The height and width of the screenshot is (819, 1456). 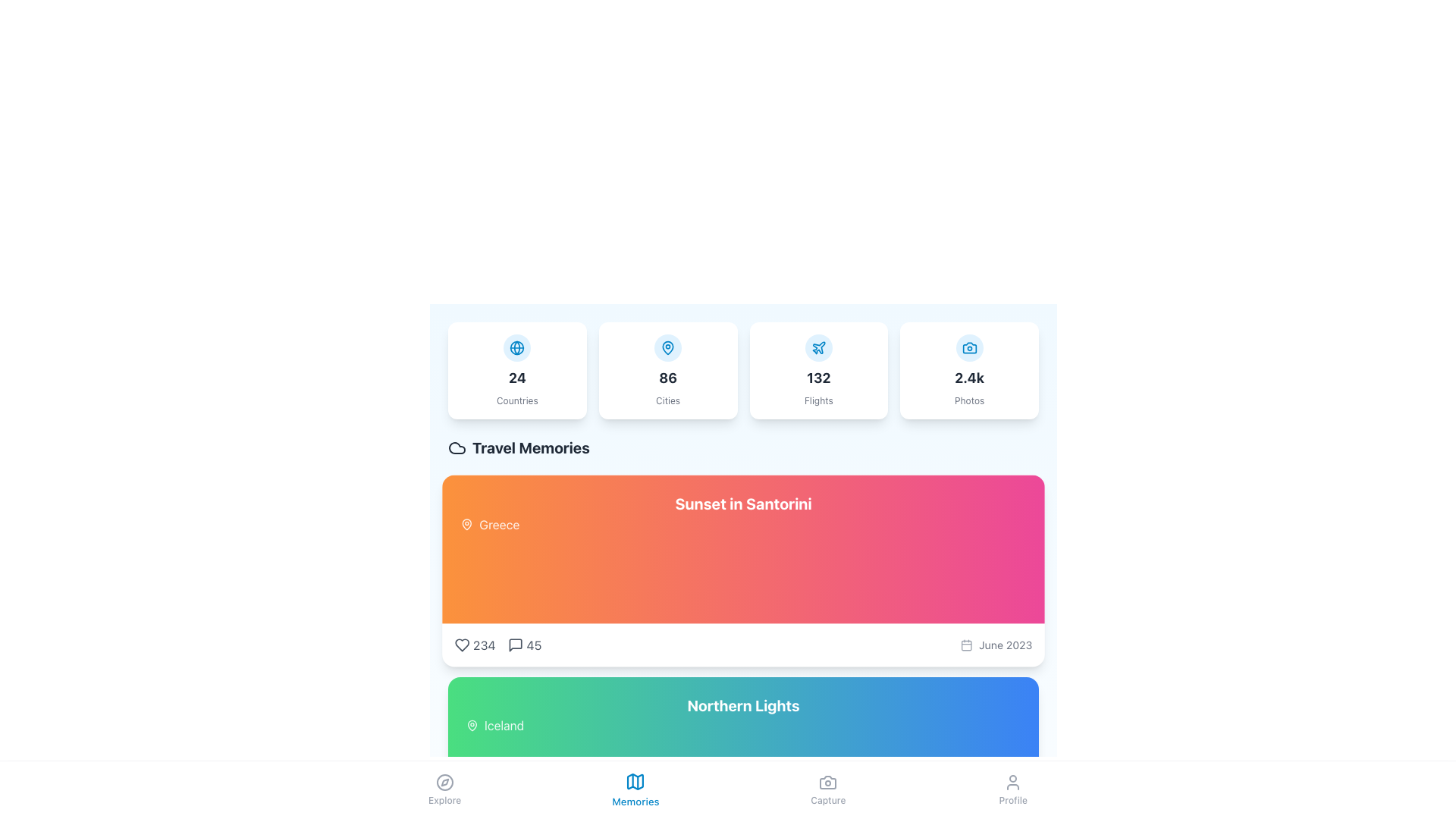 What do you see at coordinates (817, 348) in the screenshot?
I see `the small circular icon with a light blue background featuring a plane symbol in blue, located at the top-central area of the card displaying '132 Flights.'` at bounding box center [817, 348].